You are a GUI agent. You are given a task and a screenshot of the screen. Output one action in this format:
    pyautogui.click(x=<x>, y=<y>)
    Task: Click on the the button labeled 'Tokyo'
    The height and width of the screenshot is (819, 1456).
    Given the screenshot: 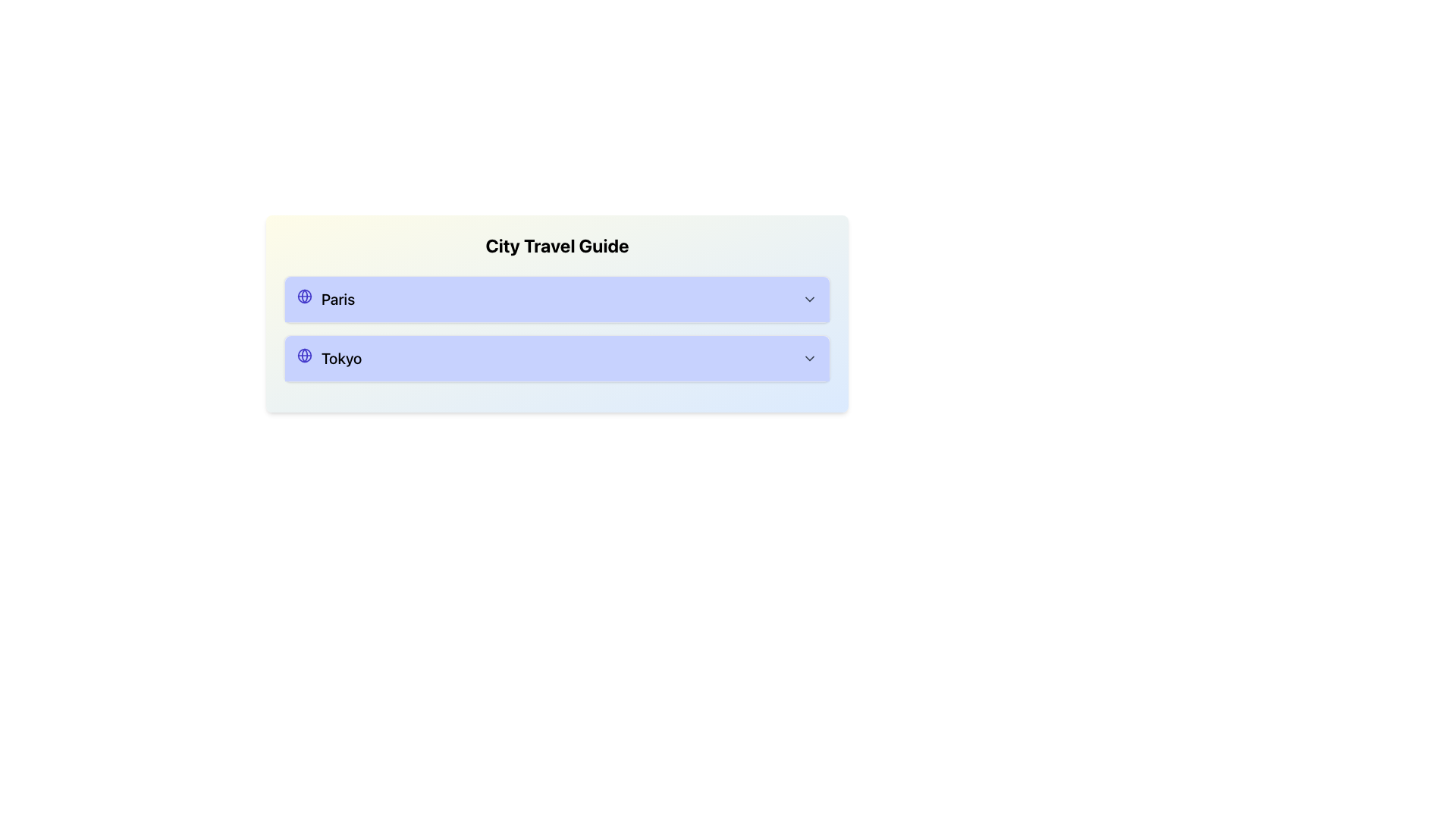 What is the action you would take?
    pyautogui.click(x=556, y=359)
    